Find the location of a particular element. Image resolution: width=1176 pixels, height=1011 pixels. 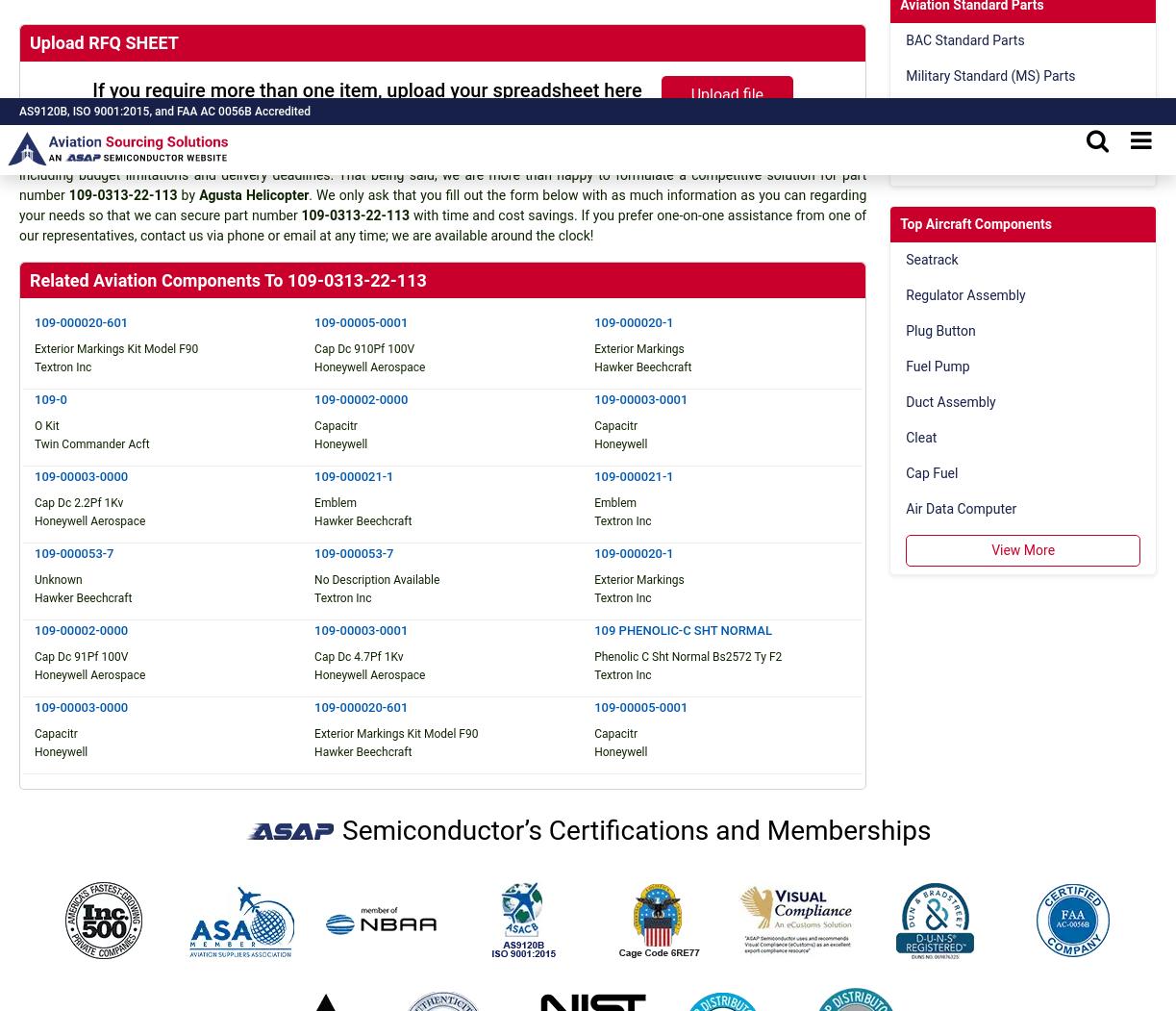

'1341 South Sunkist Street, Anaheim,' is located at coordinates (193, 457).